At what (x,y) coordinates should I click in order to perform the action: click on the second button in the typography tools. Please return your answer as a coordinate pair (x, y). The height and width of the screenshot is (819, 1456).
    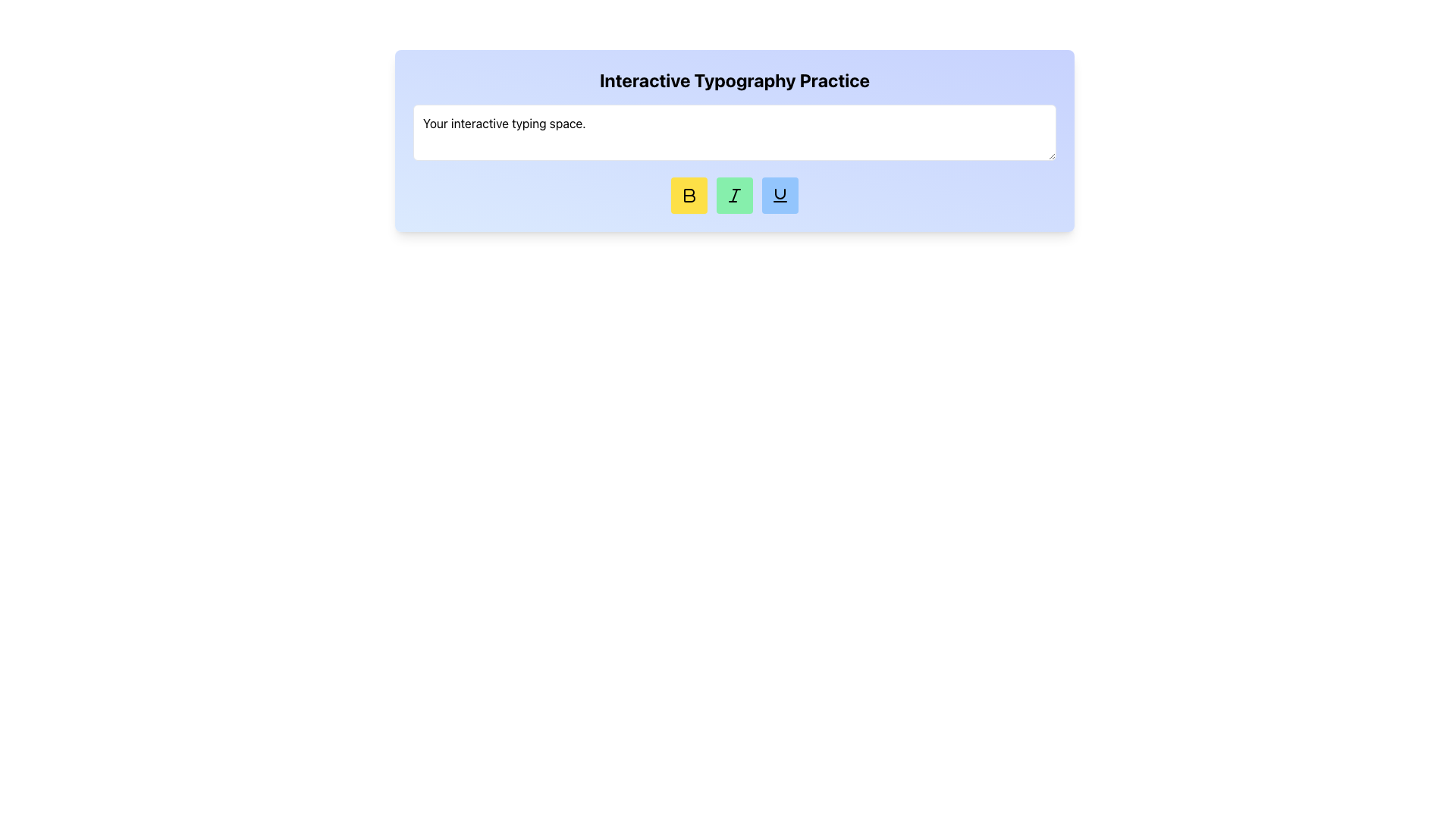
    Looking at the image, I should click on (735, 195).